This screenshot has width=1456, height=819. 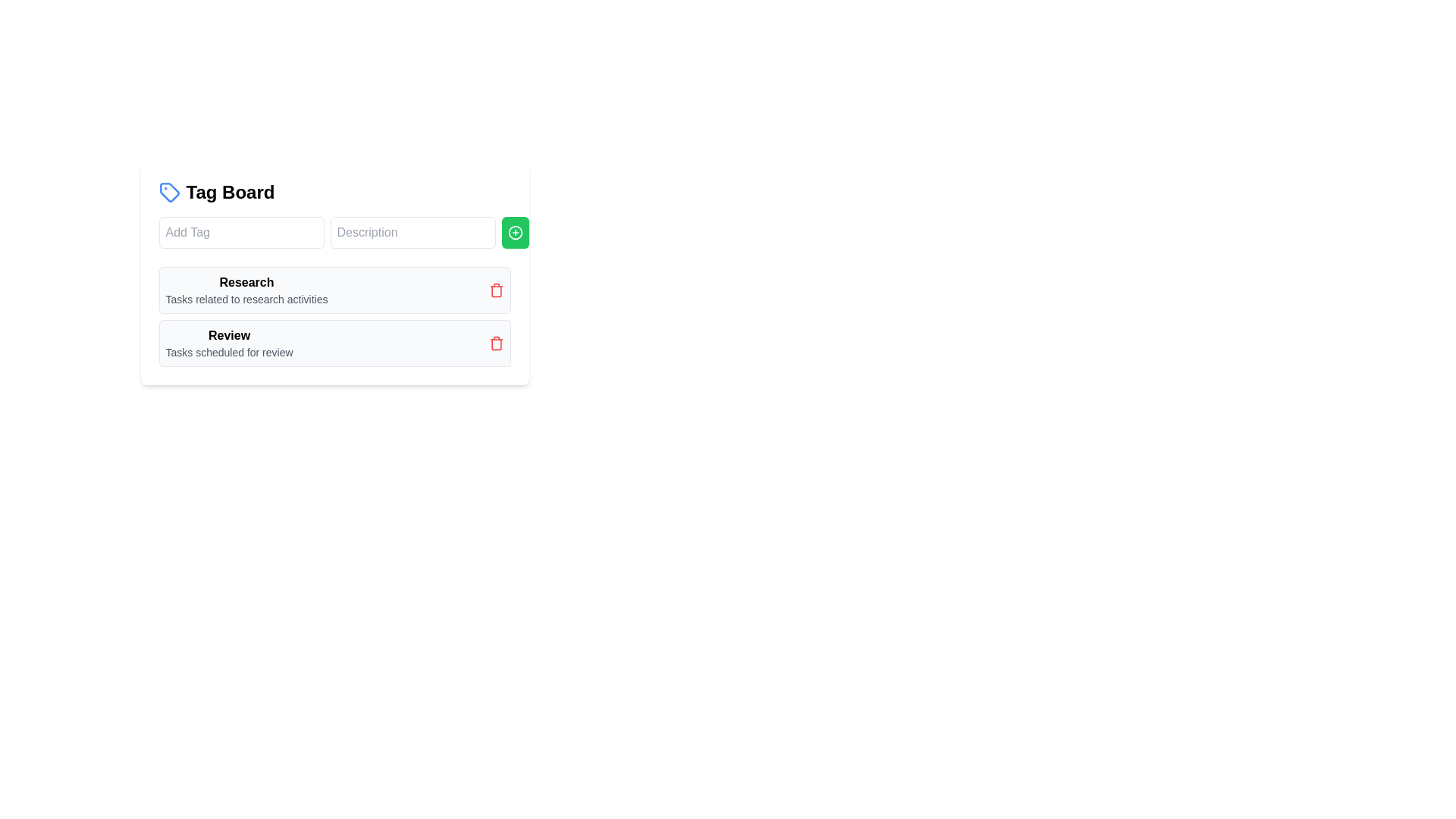 I want to click on the title label of the first list item in the 'Tag Board', which describes the entry purpose or category, so click(x=246, y=282).